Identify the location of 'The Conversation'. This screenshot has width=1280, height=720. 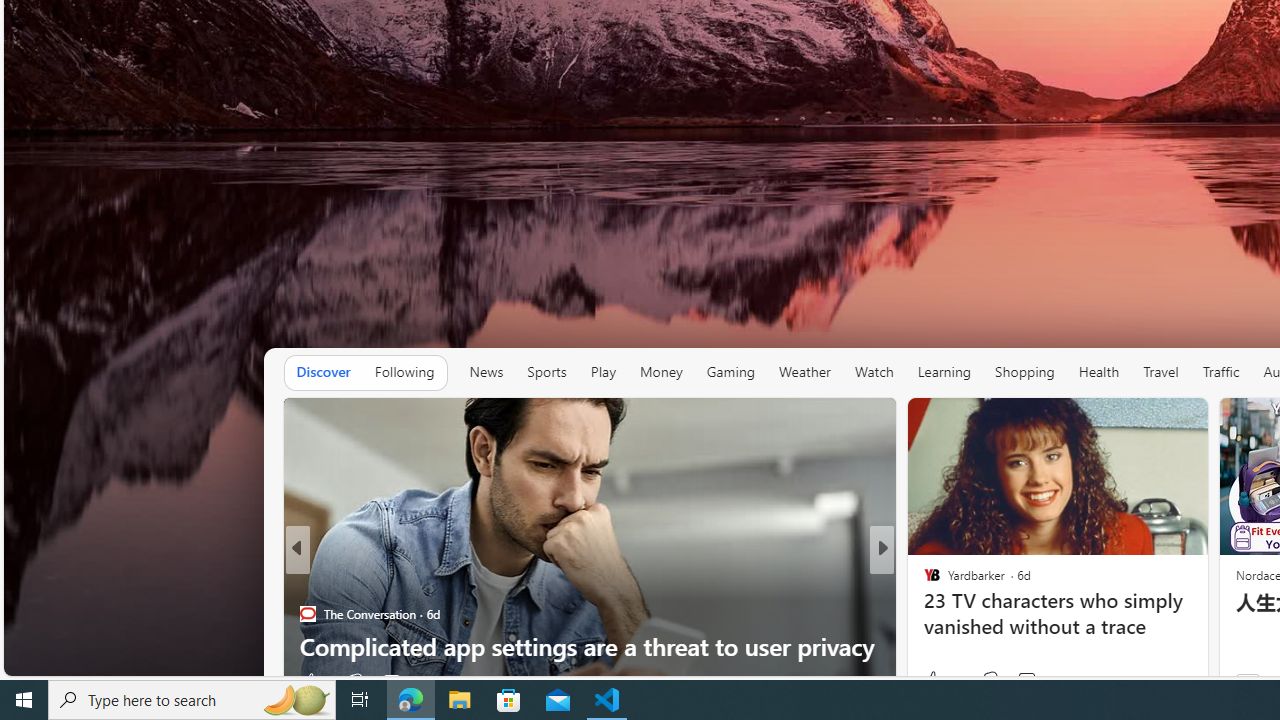
(306, 613).